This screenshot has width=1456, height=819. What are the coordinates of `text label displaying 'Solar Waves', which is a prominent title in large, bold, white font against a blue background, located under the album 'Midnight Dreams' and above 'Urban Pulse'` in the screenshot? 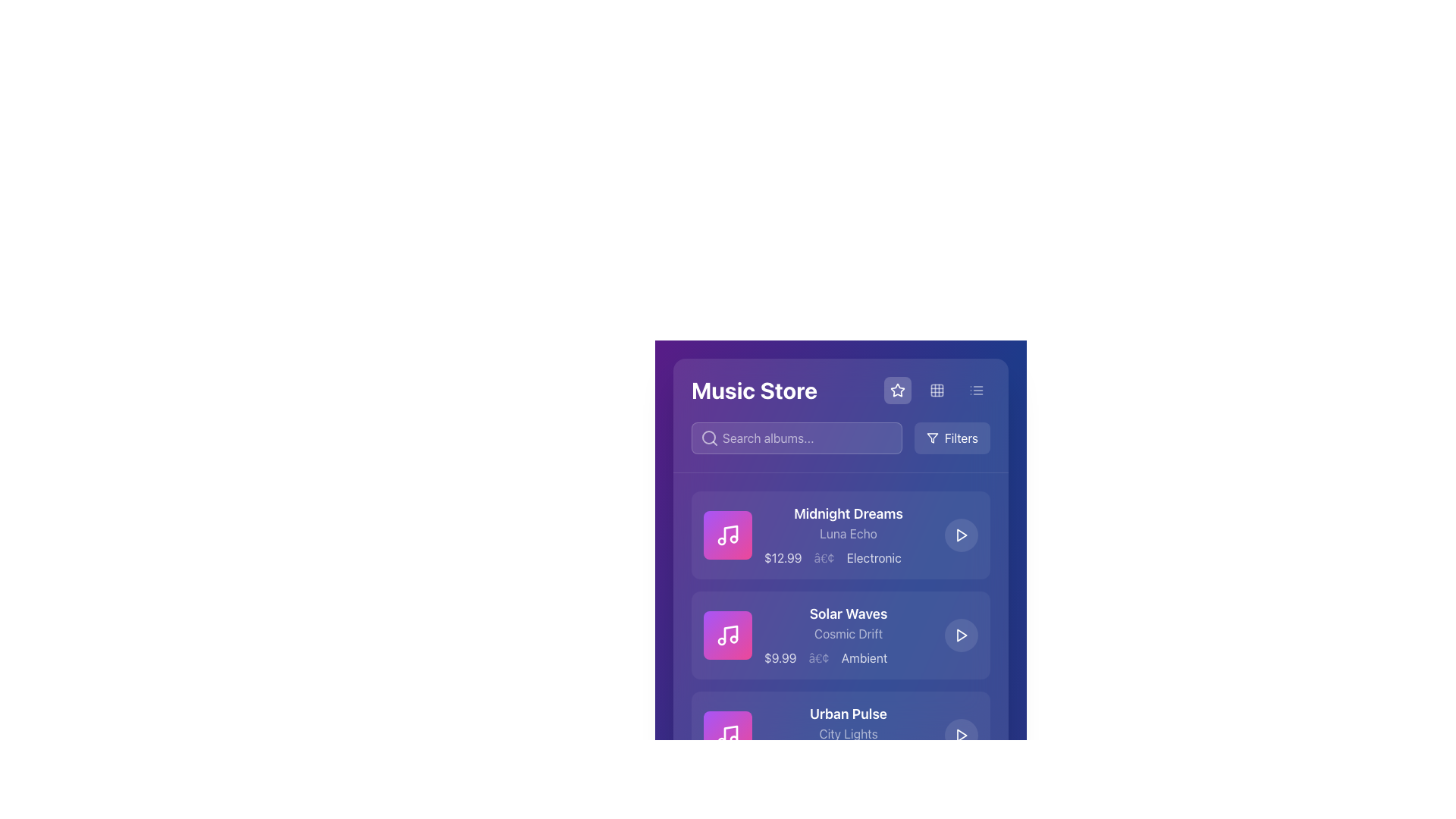 It's located at (847, 614).